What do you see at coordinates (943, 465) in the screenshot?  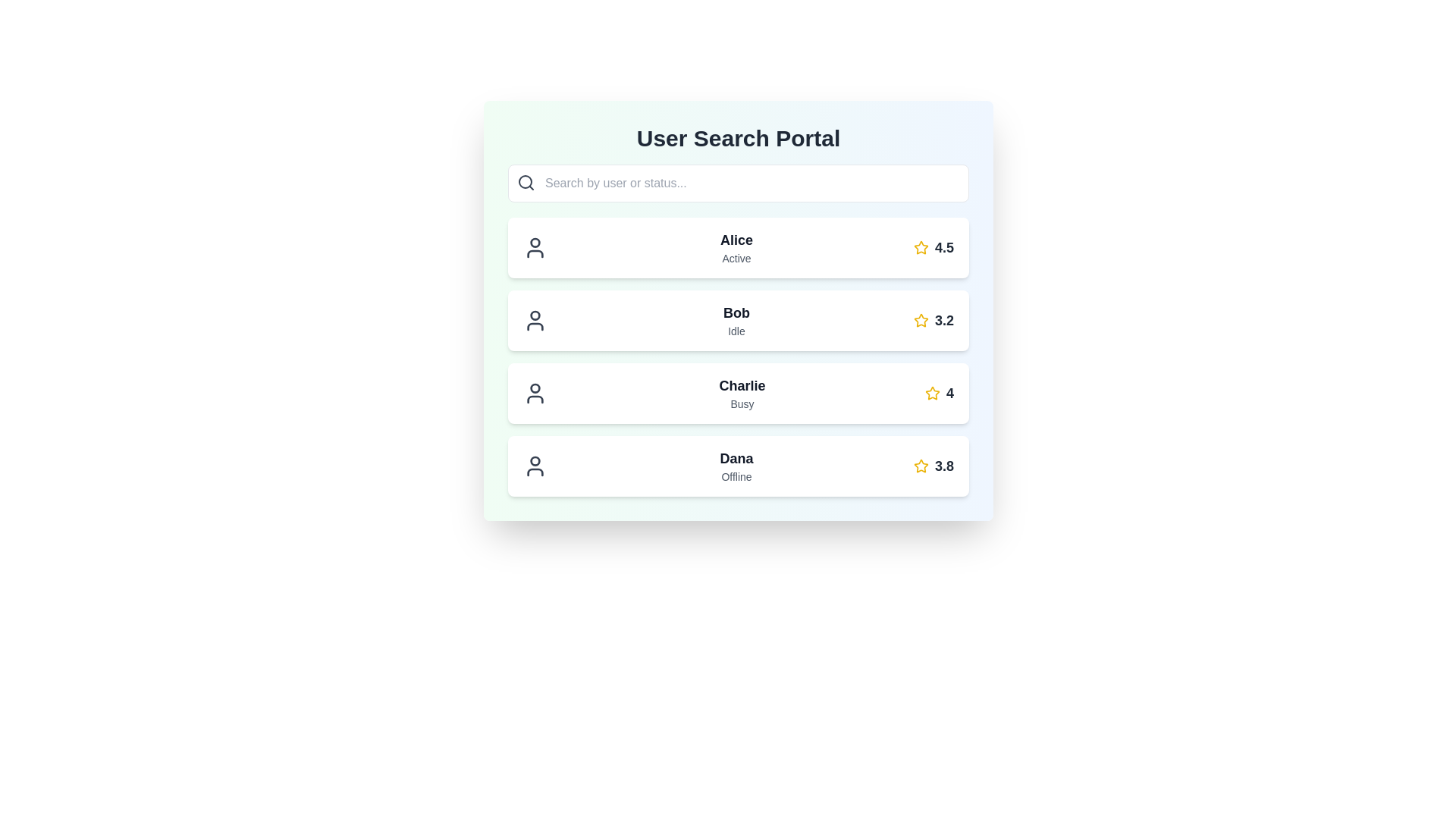 I see `the rating score display in the fourth row of the user list, located to the extreme right of the star icon` at bounding box center [943, 465].